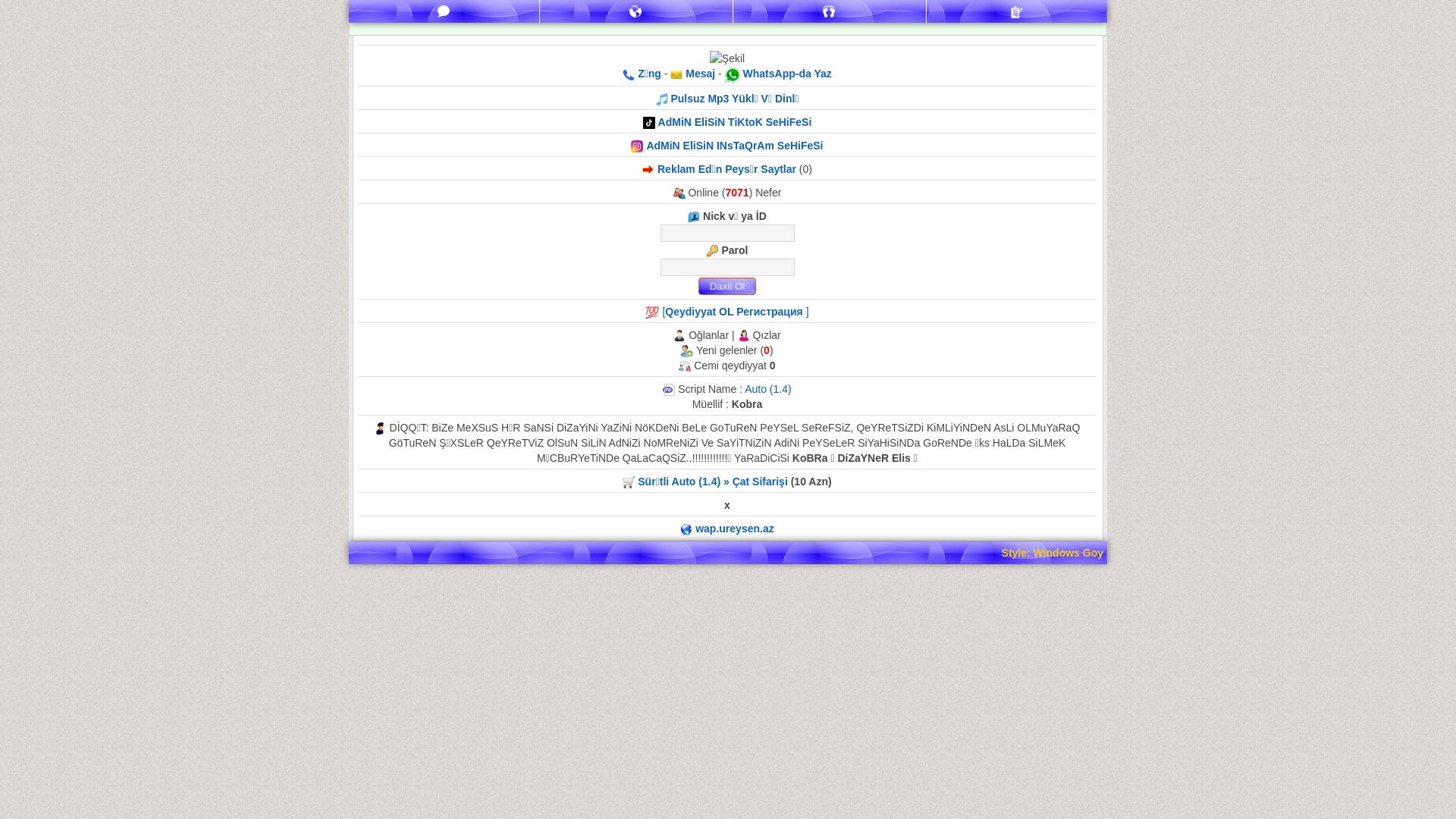  What do you see at coordinates (1001, 553) in the screenshot?
I see `'Style: Windows Goy'` at bounding box center [1001, 553].